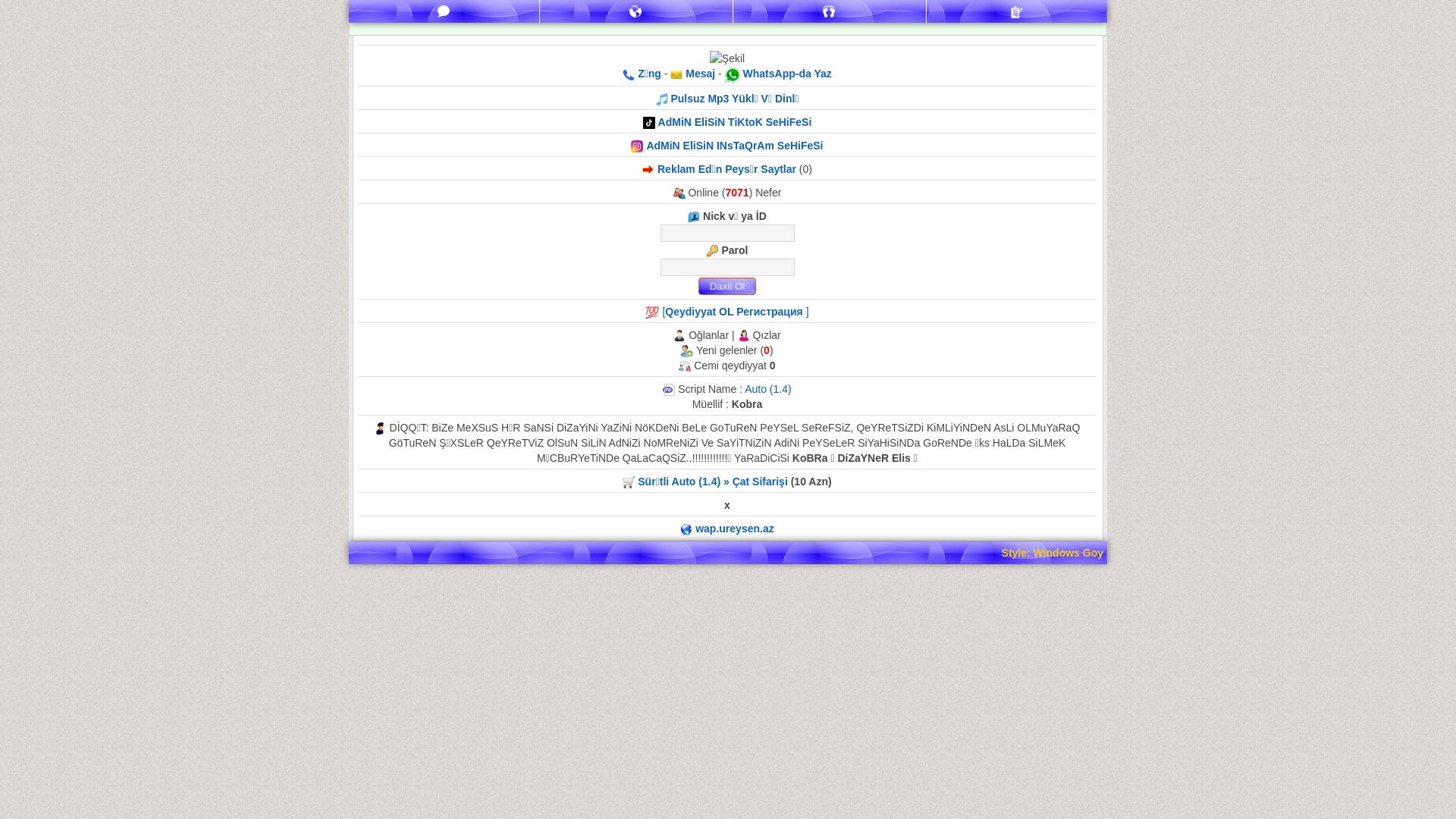  What do you see at coordinates (1001, 553) in the screenshot?
I see `'Style: Windows Goy'` at bounding box center [1001, 553].